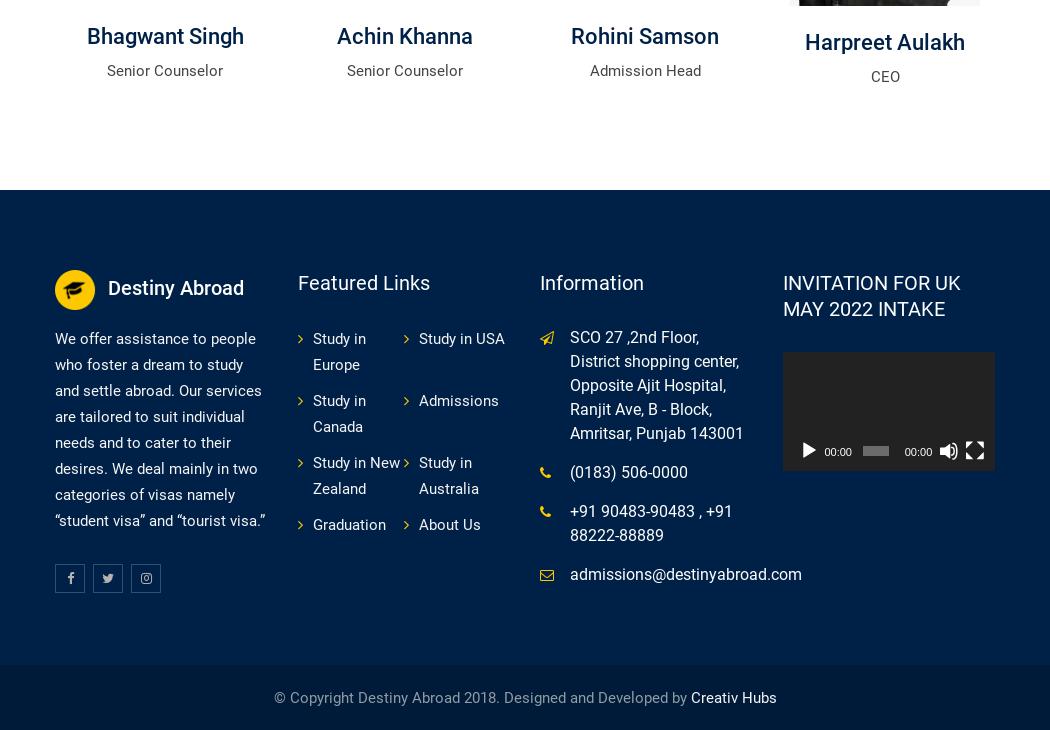 The image size is (1050, 730). I want to click on '+91 90483-90483 , +91 88222-88889', so click(650, 521).